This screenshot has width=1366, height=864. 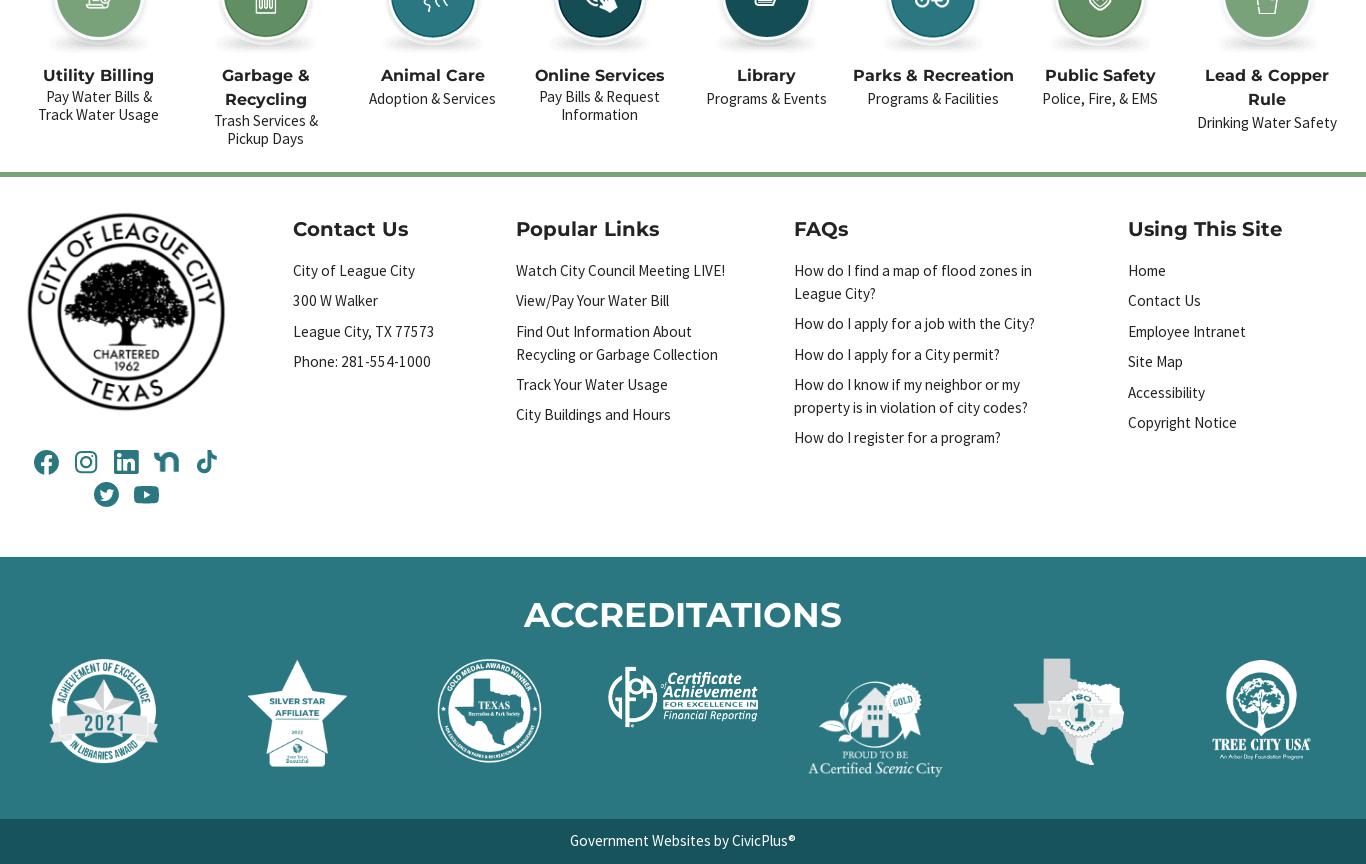 What do you see at coordinates (598, 75) in the screenshot?
I see `'Online Services'` at bounding box center [598, 75].